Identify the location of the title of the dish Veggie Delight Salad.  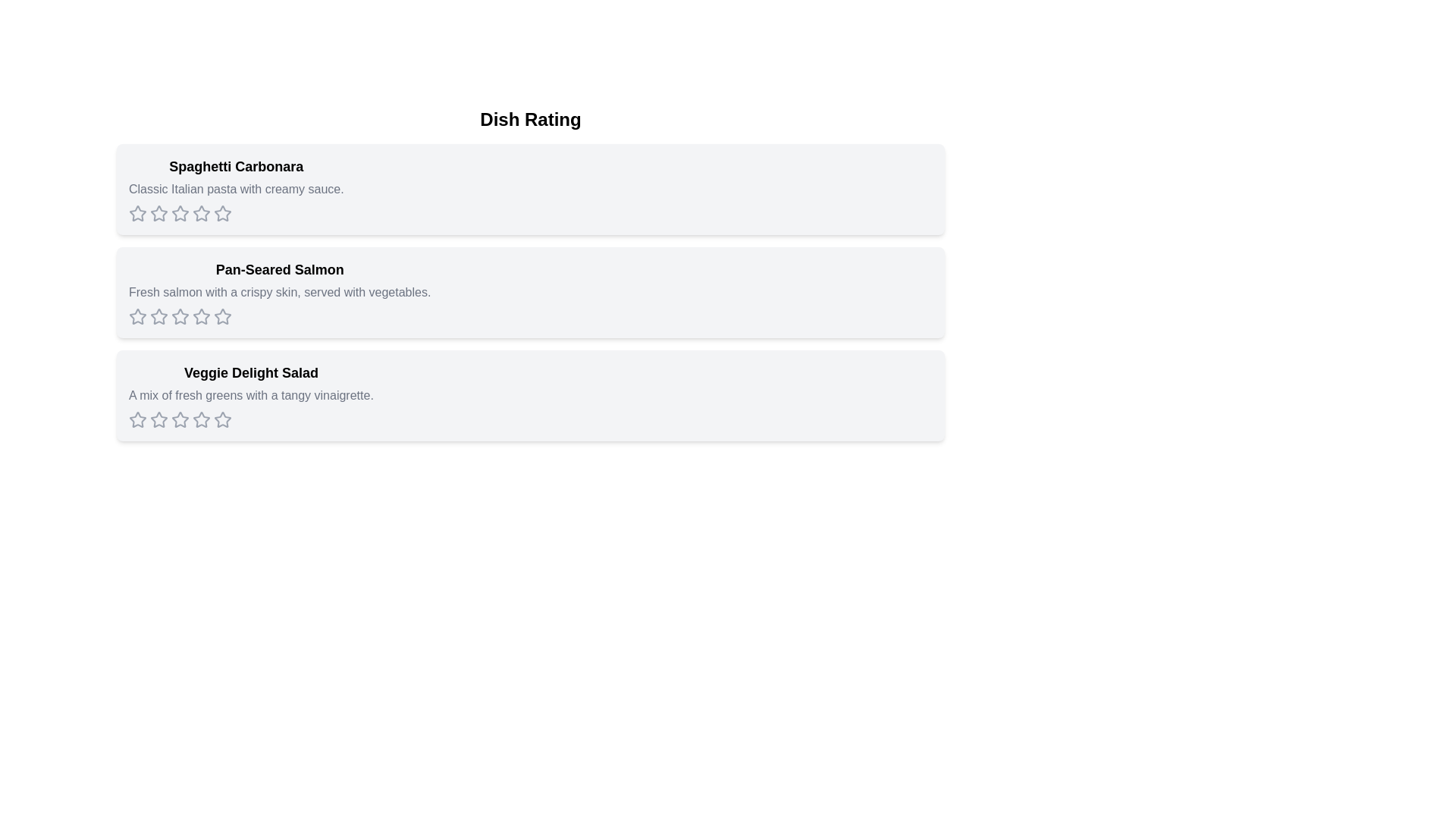
(251, 373).